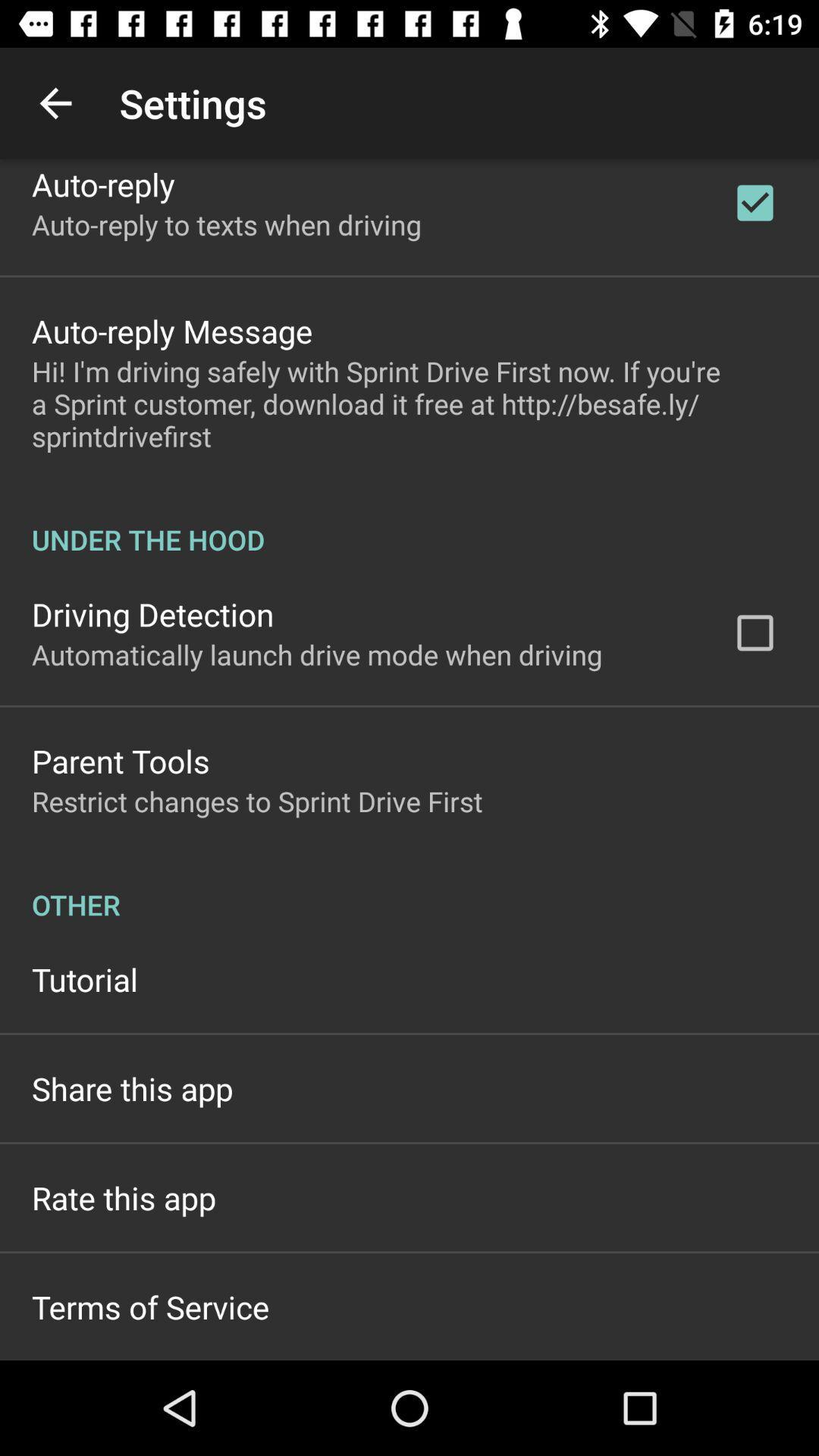 This screenshot has height=1456, width=819. What do you see at coordinates (409, 889) in the screenshot?
I see `the item below restrict changes to item` at bounding box center [409, 889].